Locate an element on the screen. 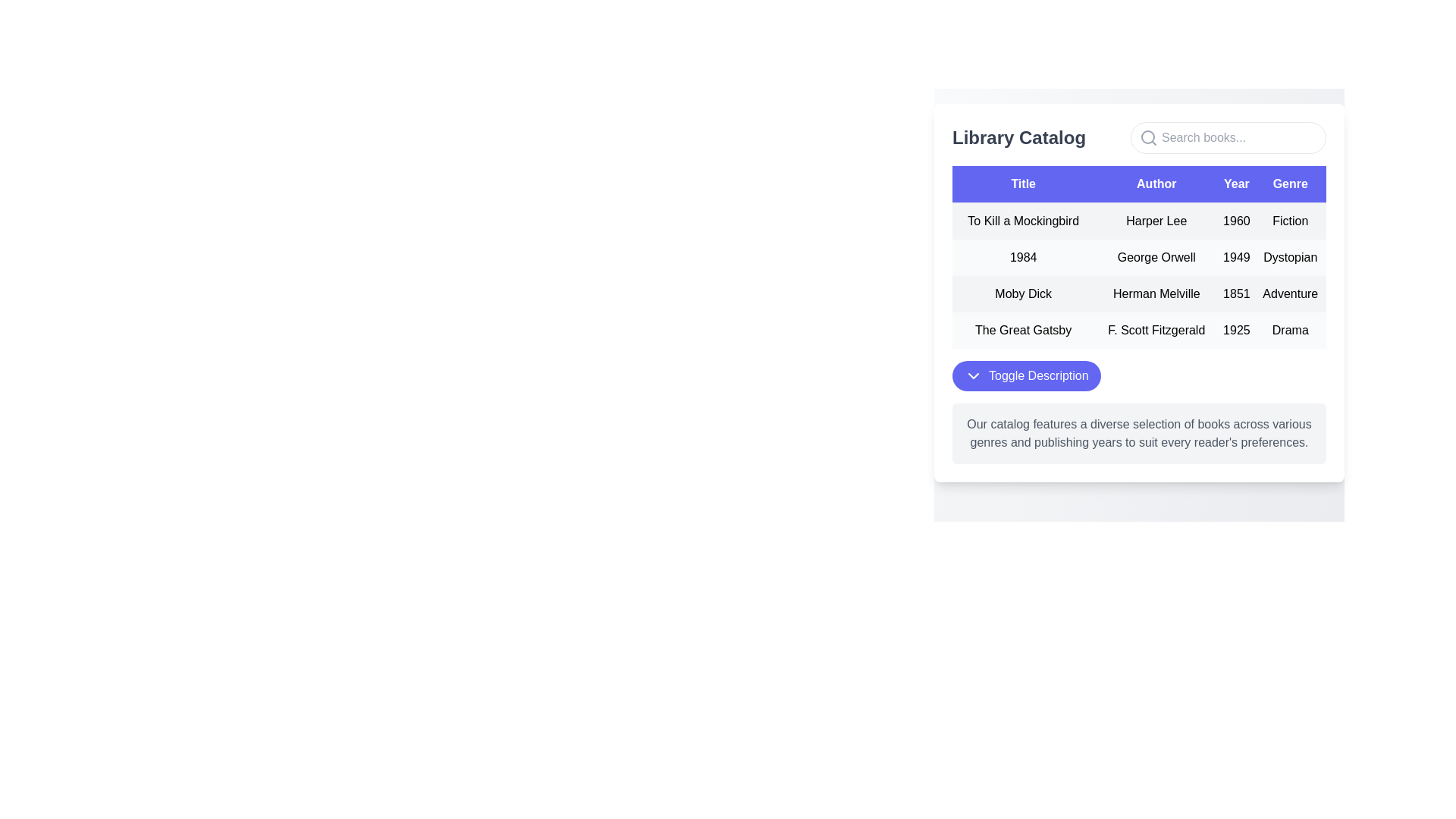 Image resolution: width=1456 pixels, height=819 pixels. the static text element that serves as the header for the 'Title' column in the table is located at coordinates (1023, 184).